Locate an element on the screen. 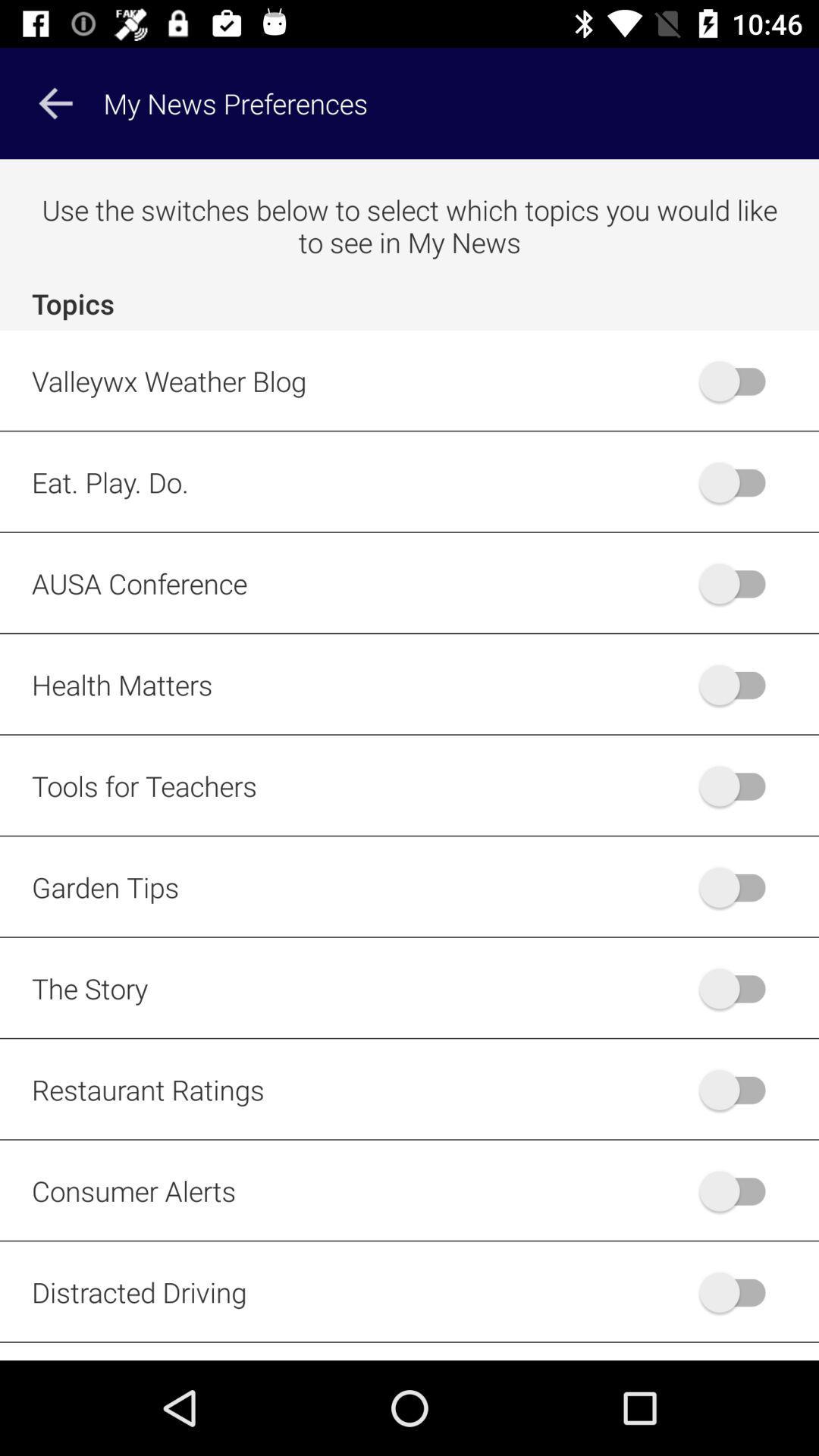  go back is located at coordinates (55, 102).